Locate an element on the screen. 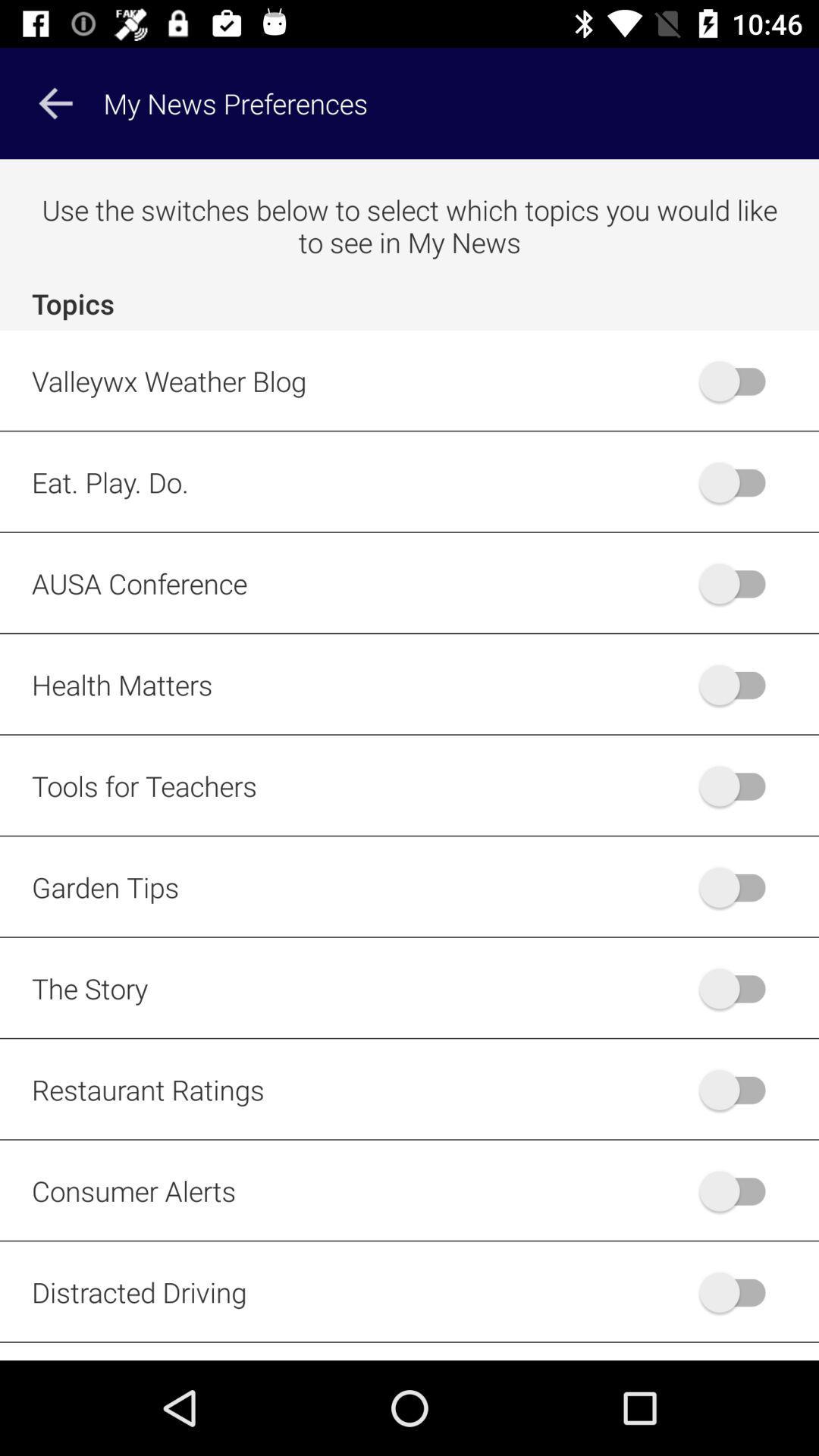  go back is located at coordinates (55, 102).